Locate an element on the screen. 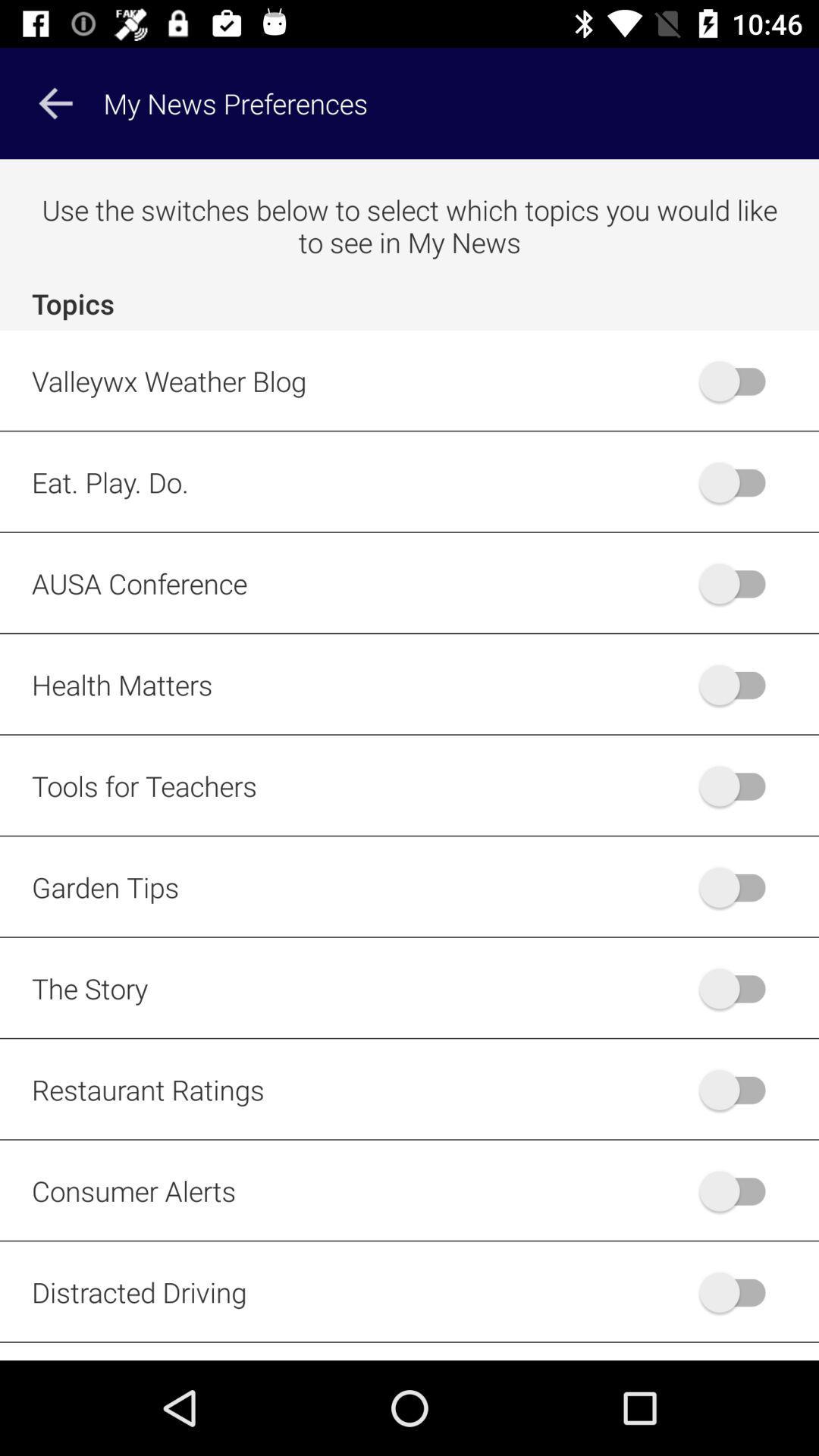  go back is located at coordinates (55, 102).